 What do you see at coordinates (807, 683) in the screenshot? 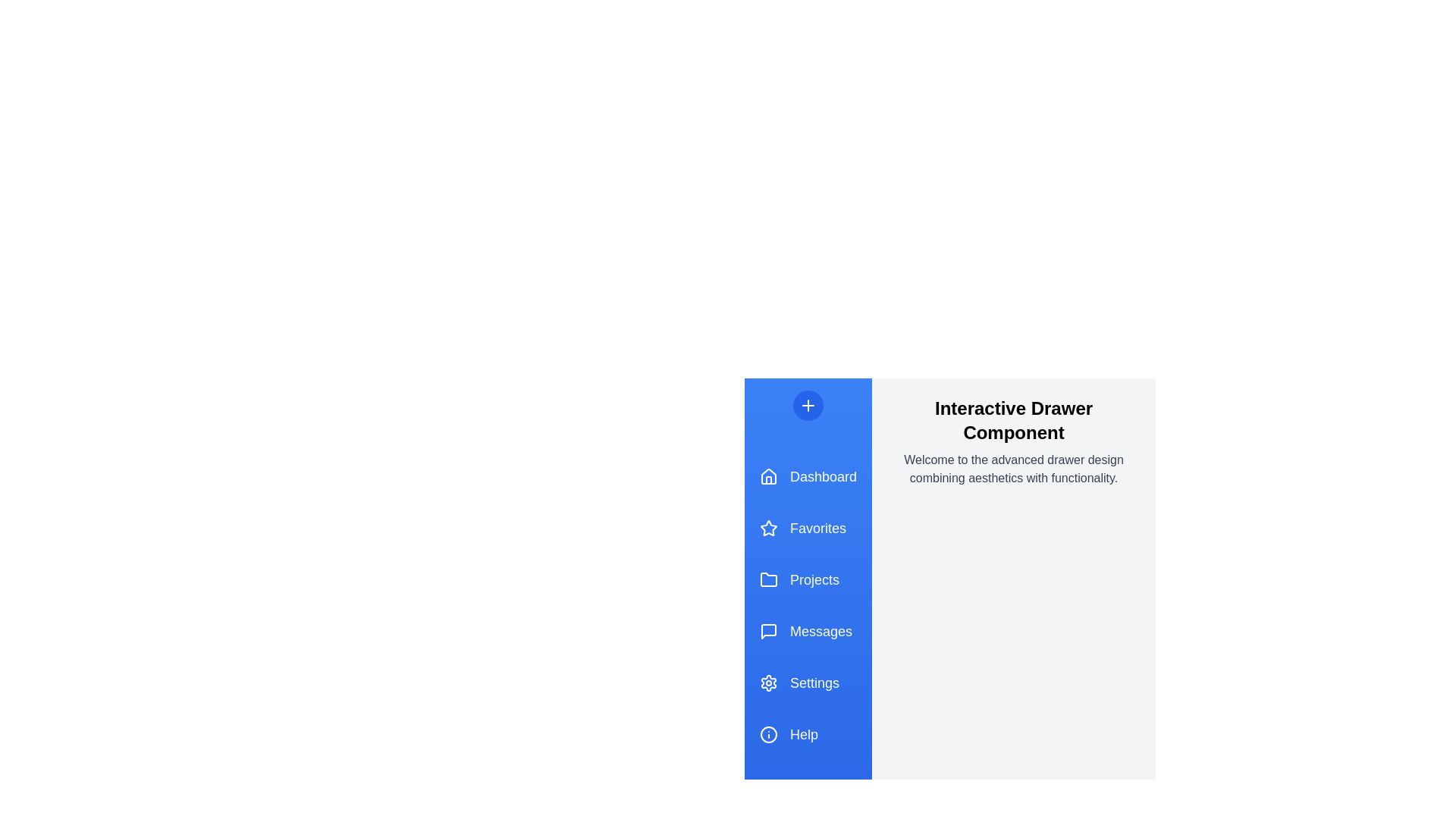
I see `the menu item Settings` at bounding box center [807, 683].